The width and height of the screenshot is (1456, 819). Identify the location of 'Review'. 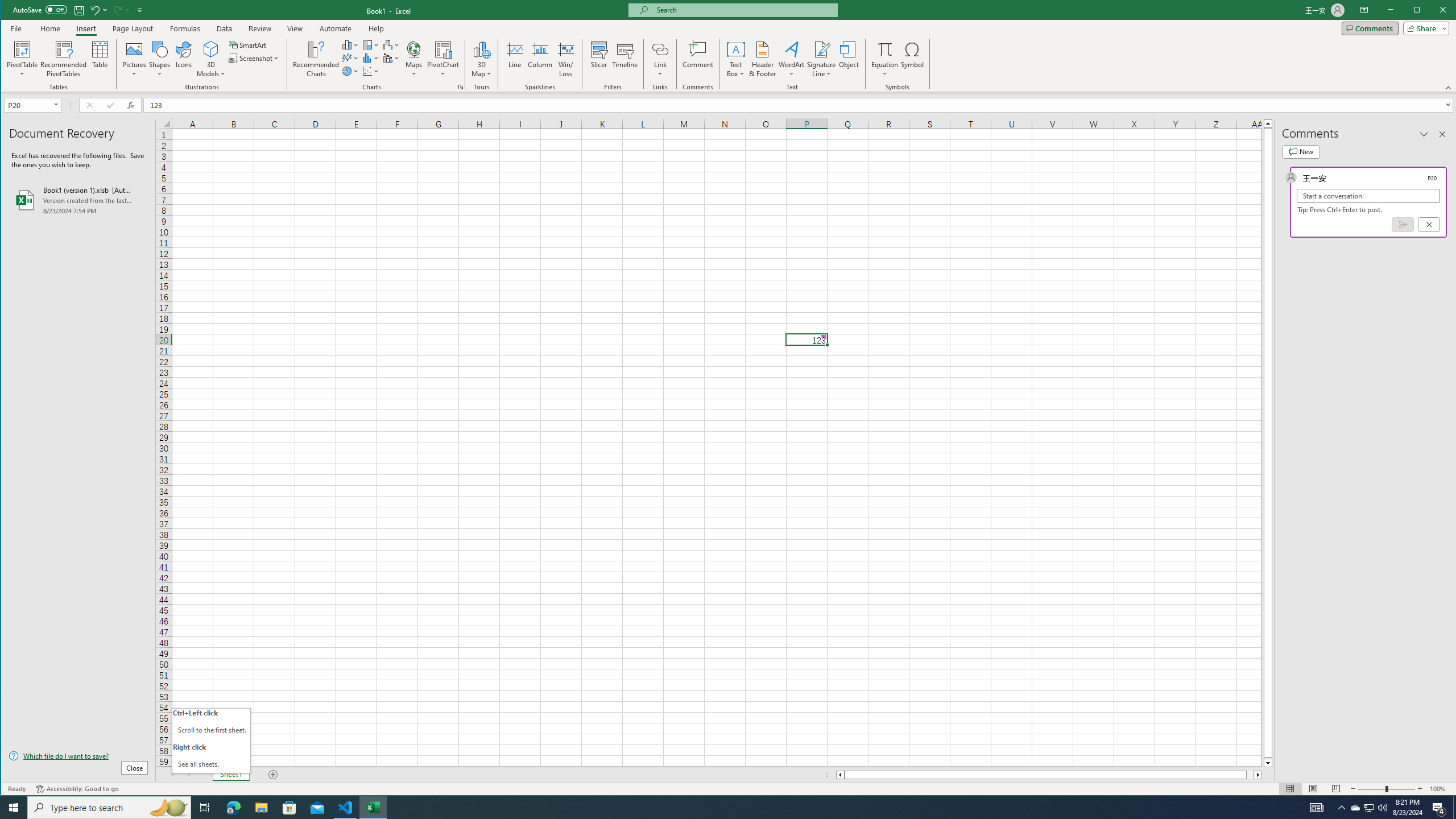
(259, 28).